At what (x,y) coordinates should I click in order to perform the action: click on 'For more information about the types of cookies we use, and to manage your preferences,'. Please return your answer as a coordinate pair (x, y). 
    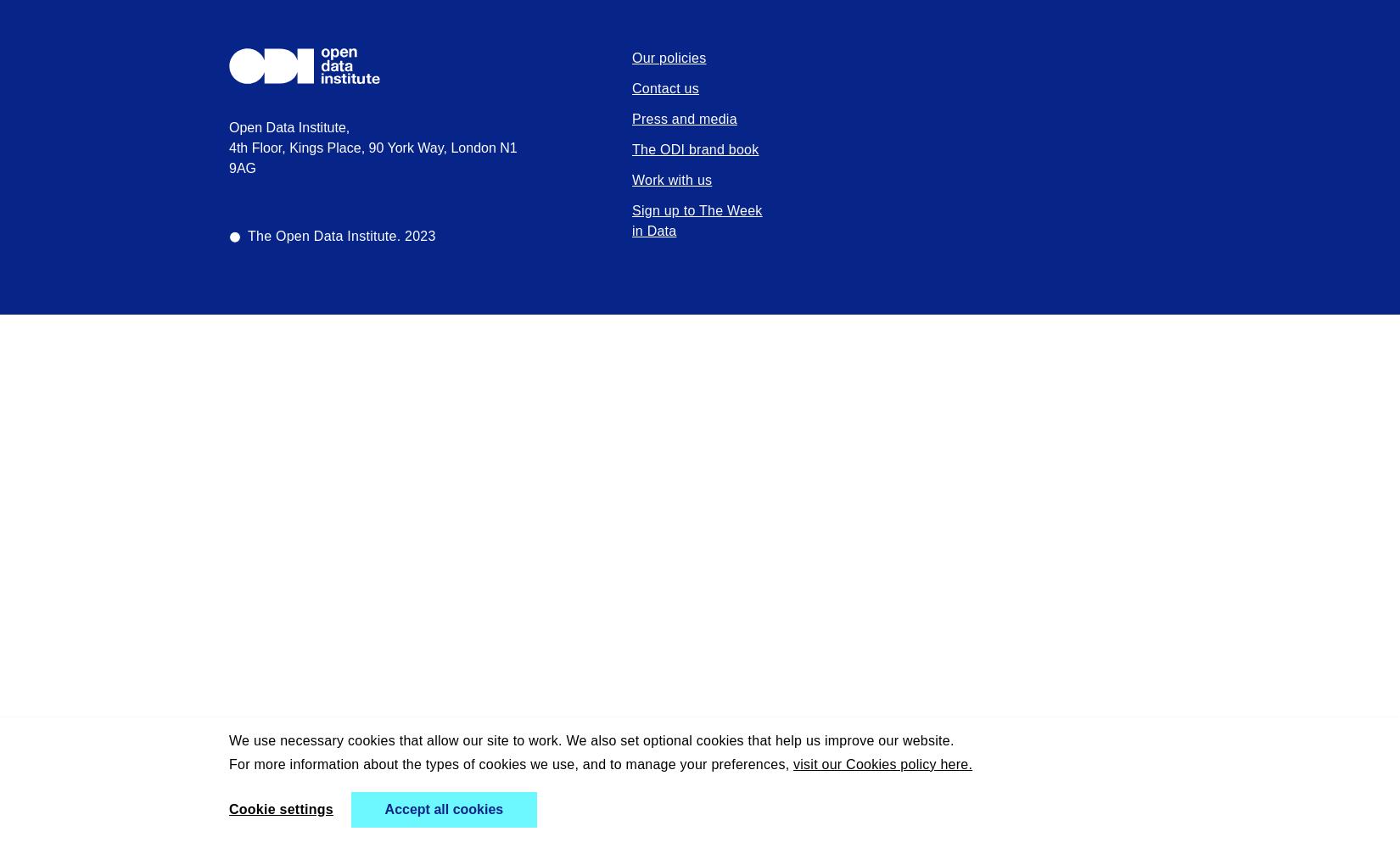
    Looking at the image, I should click on (510, 764).